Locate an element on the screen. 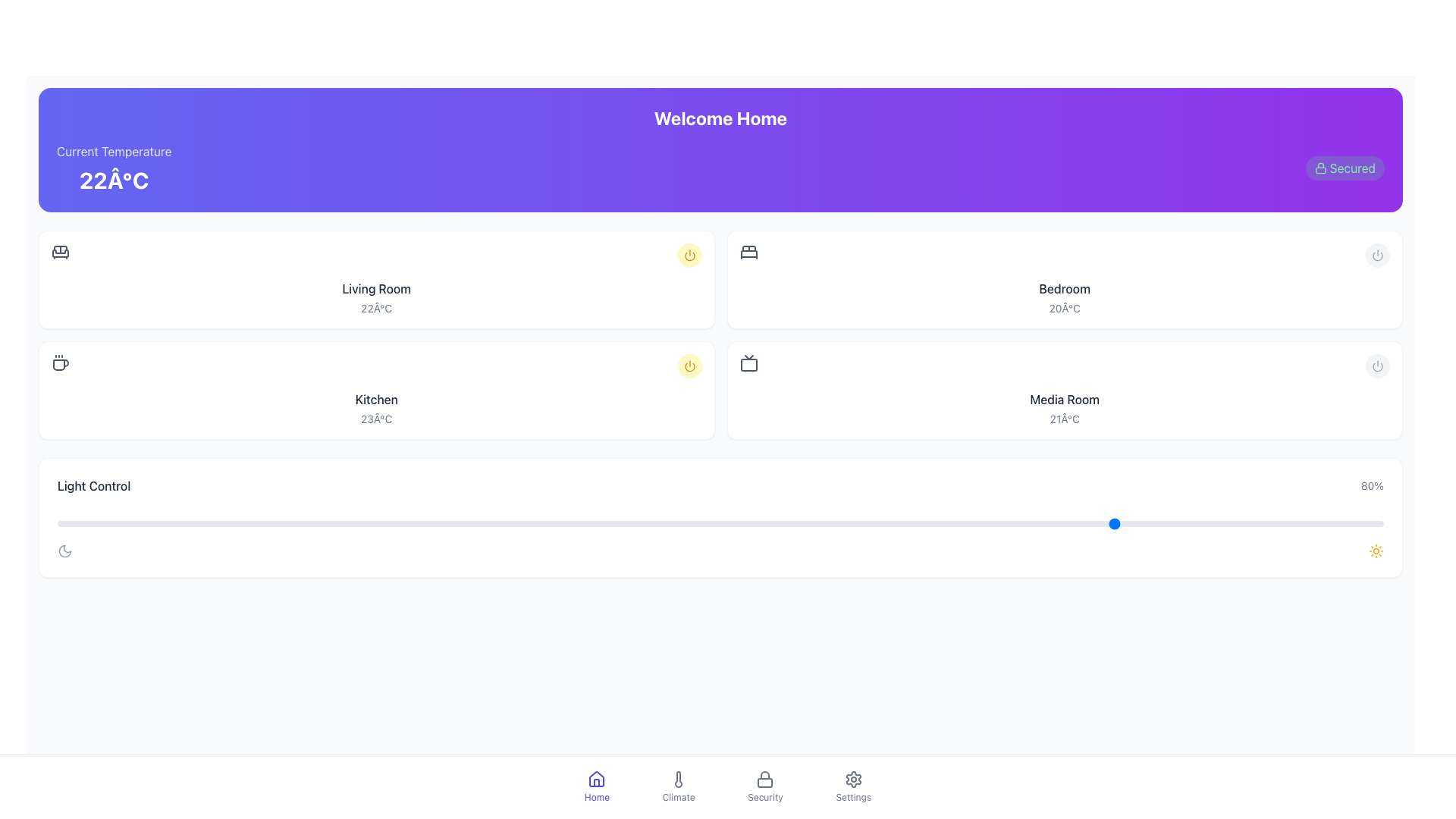 This screenshot has height=819, width=1456. the house-shaped SVG icon located in the bottom navigation bar is located at coordinates (596, 780).